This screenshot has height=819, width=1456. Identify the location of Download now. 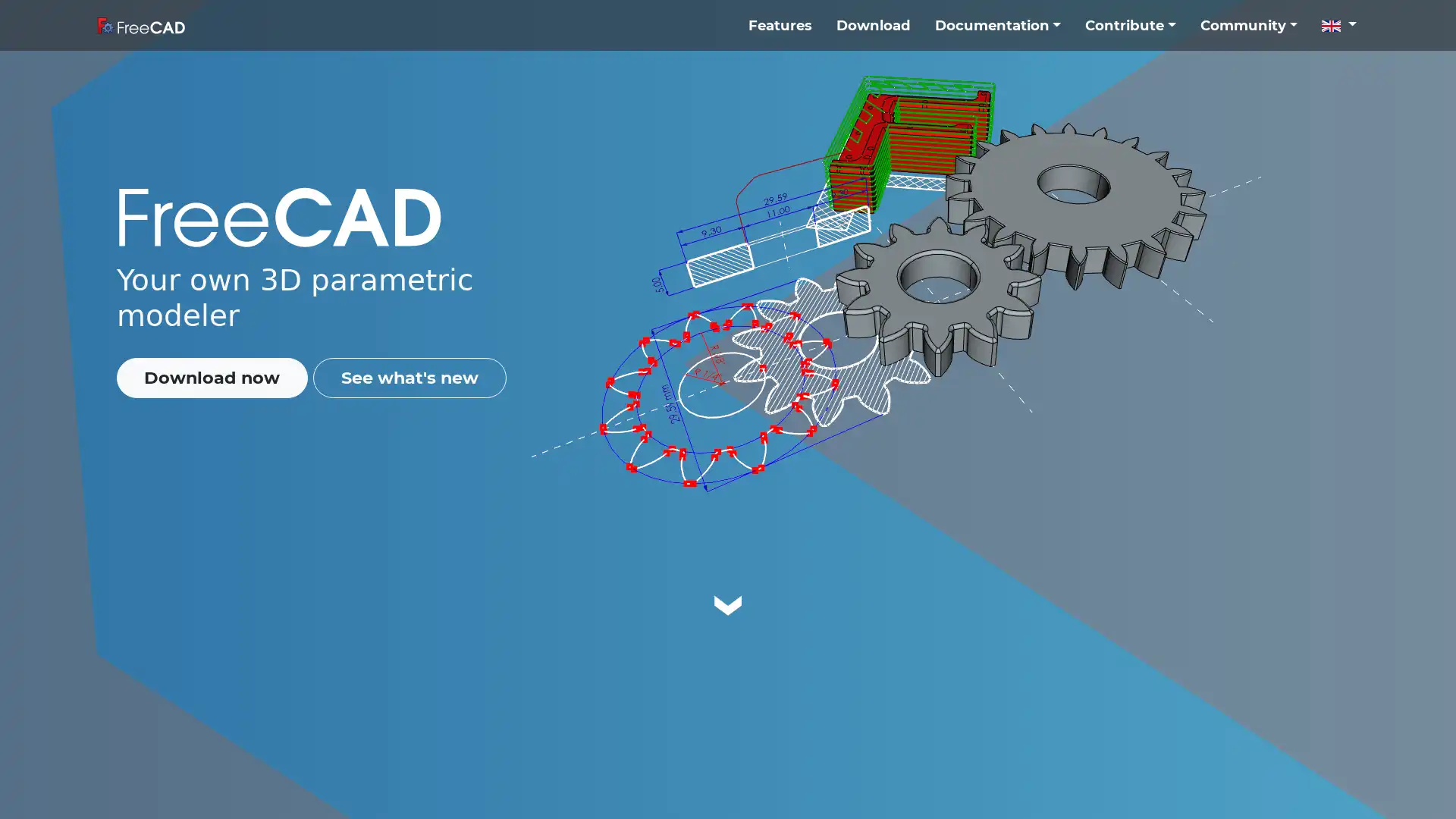
(211, 376).